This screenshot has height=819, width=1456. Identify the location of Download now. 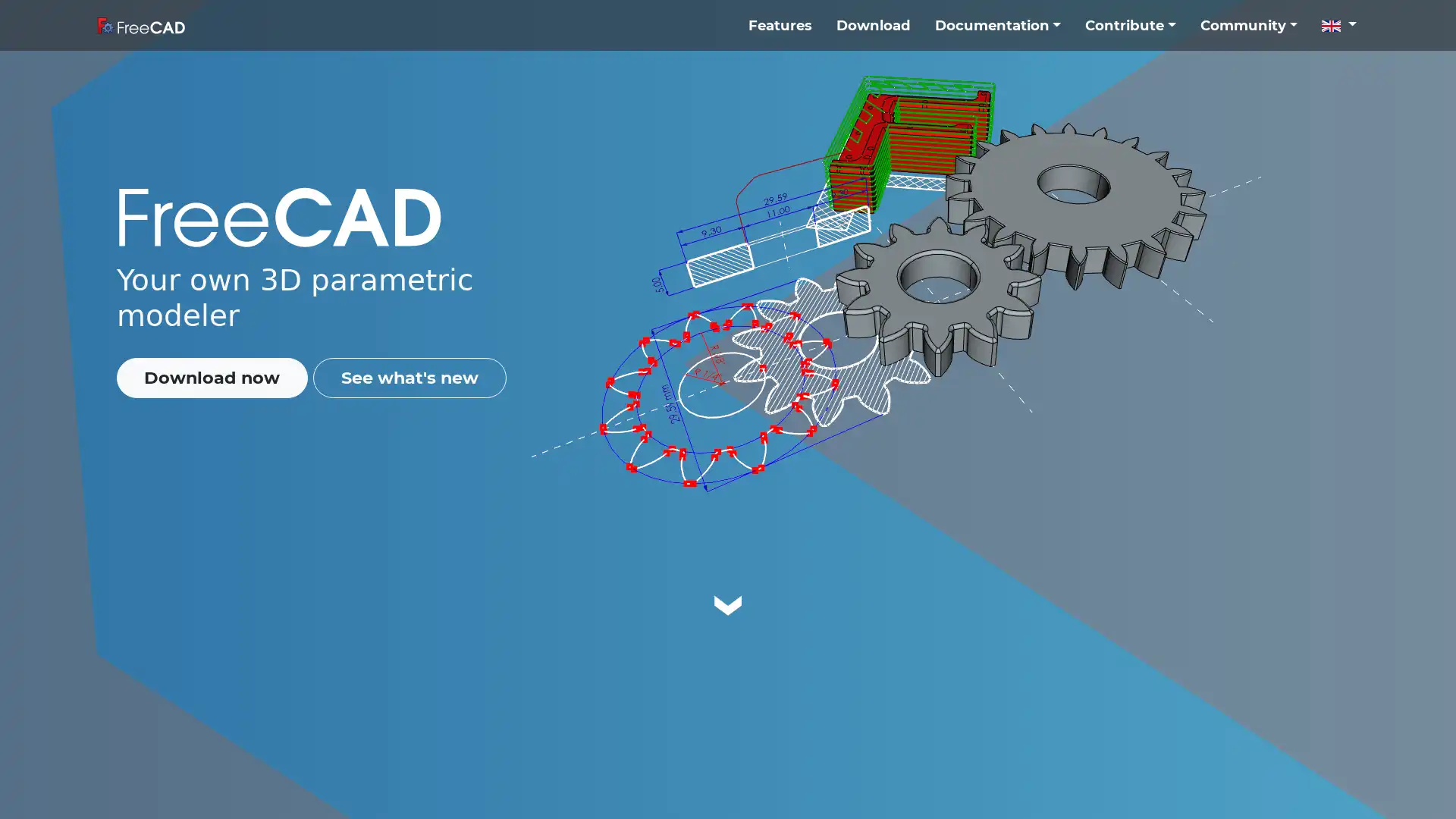
(211, 376).